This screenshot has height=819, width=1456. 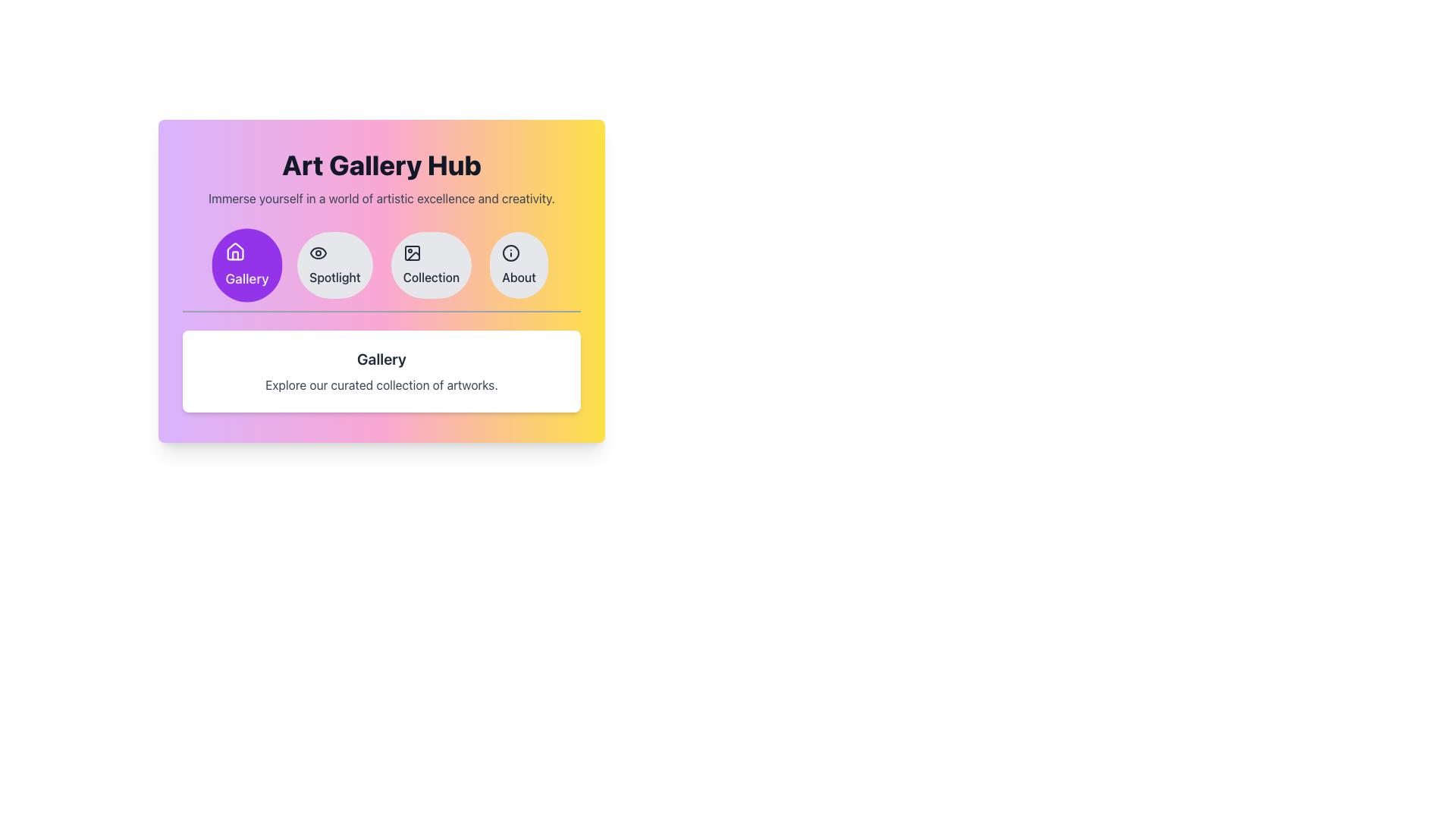 What do you see at coordinates (234, 255) in the screenshot?
I see `the house icon's door portion within the 'Gallery' button` at bounding box center [234, 255].